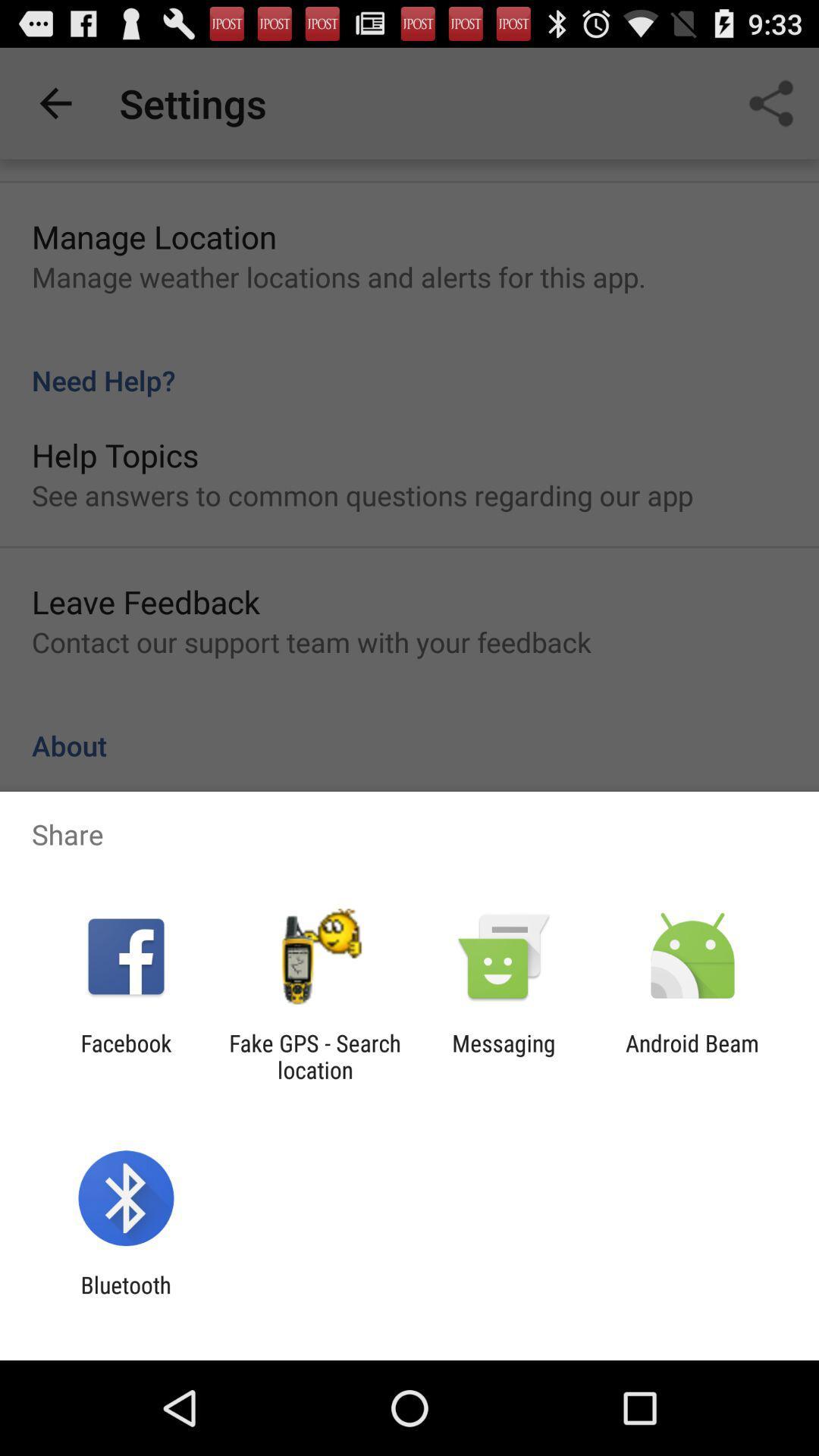 This screenshot has width=819, height=1456. What do you see at coordinates (692, 1056) in the screenshot?
I see `item next to the messaging icon` at bounding box center [692, 1056].